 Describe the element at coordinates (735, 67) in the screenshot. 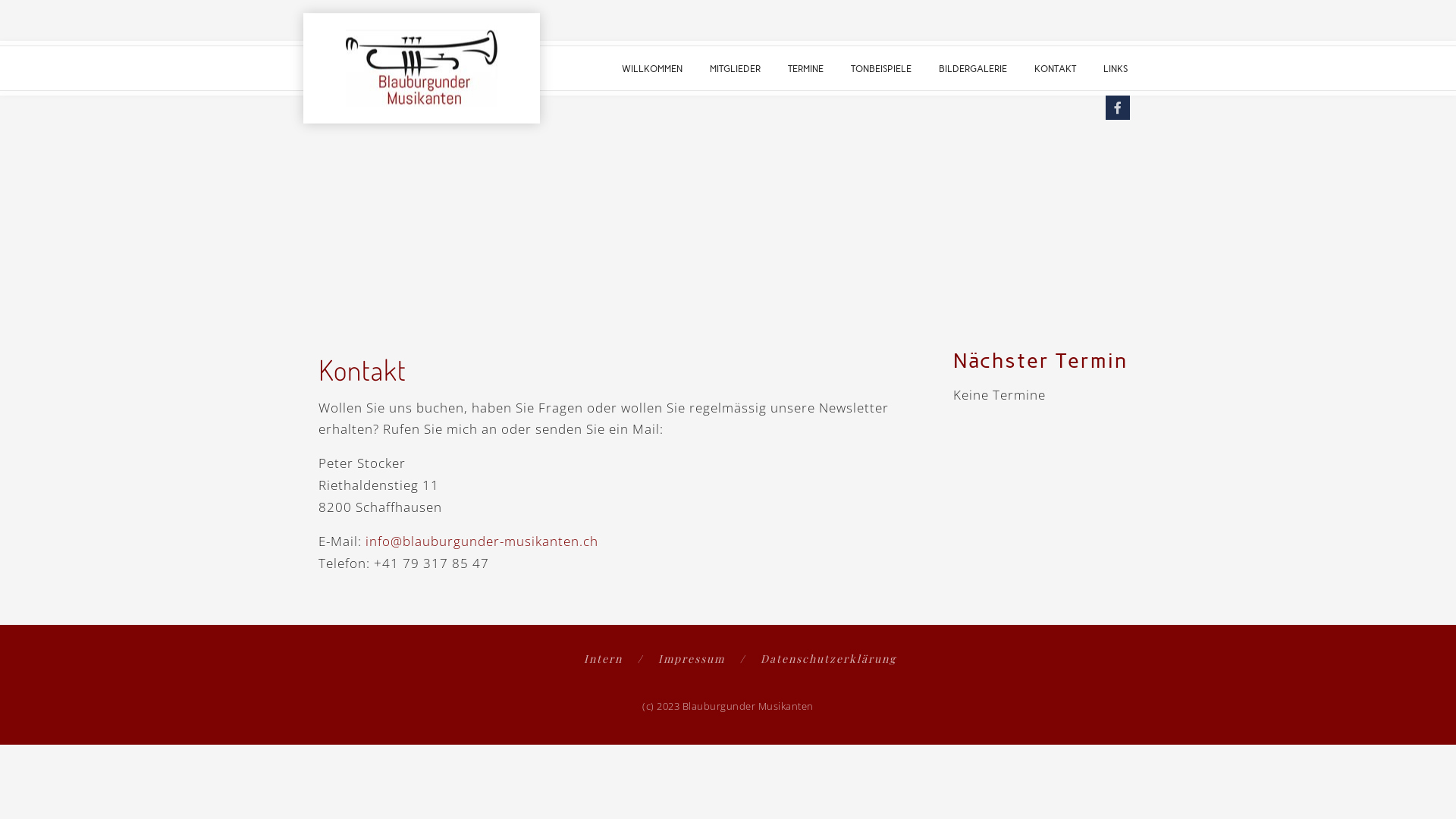

I see `'MITGLIEDER'` at that location.